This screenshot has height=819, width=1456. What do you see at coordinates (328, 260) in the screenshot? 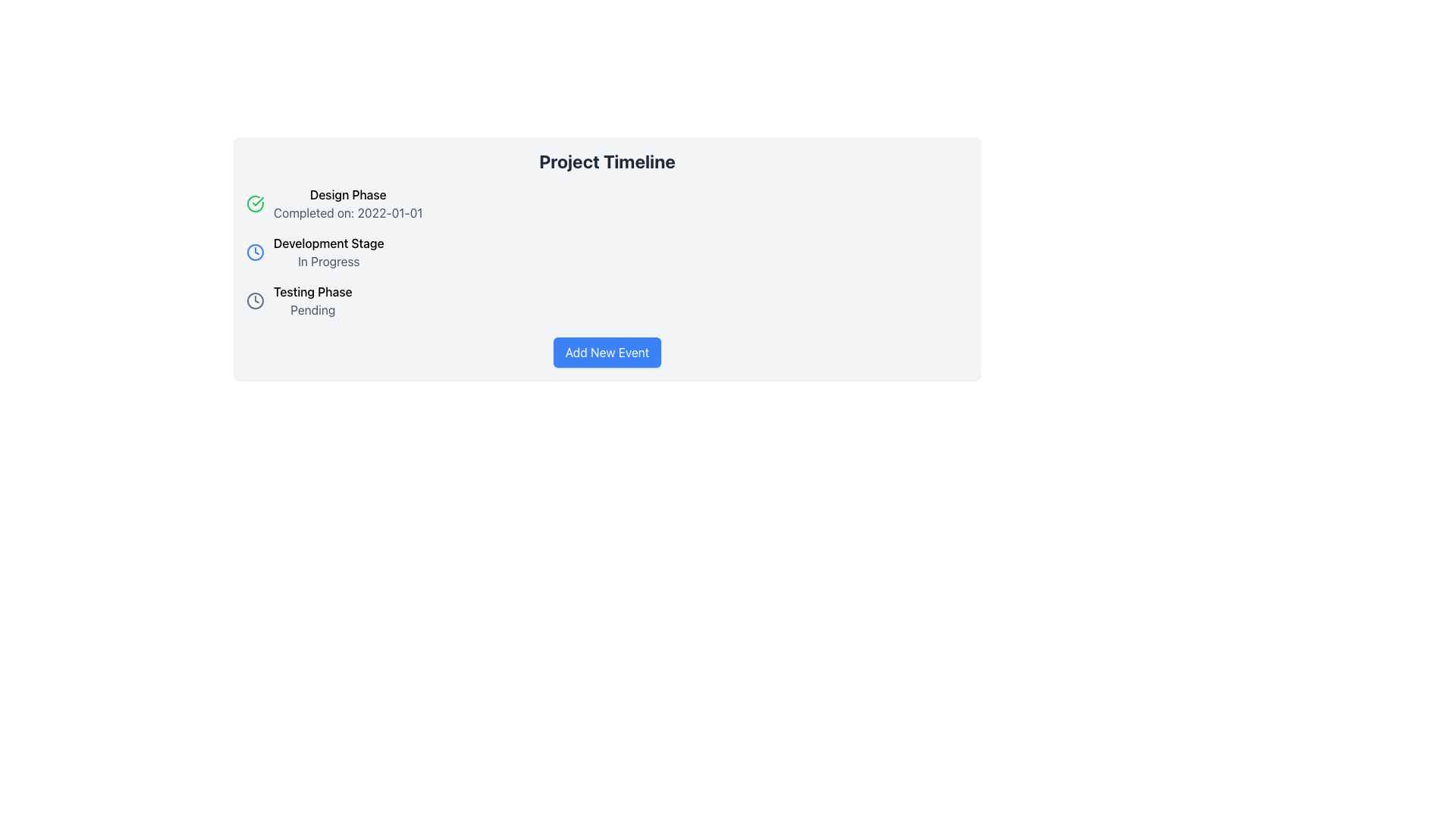
I see `the text label displaying 'In Progress', which is styled in lighter gray and positioned below the bold label 'Development Stage'` at bounding box center [328, 260].